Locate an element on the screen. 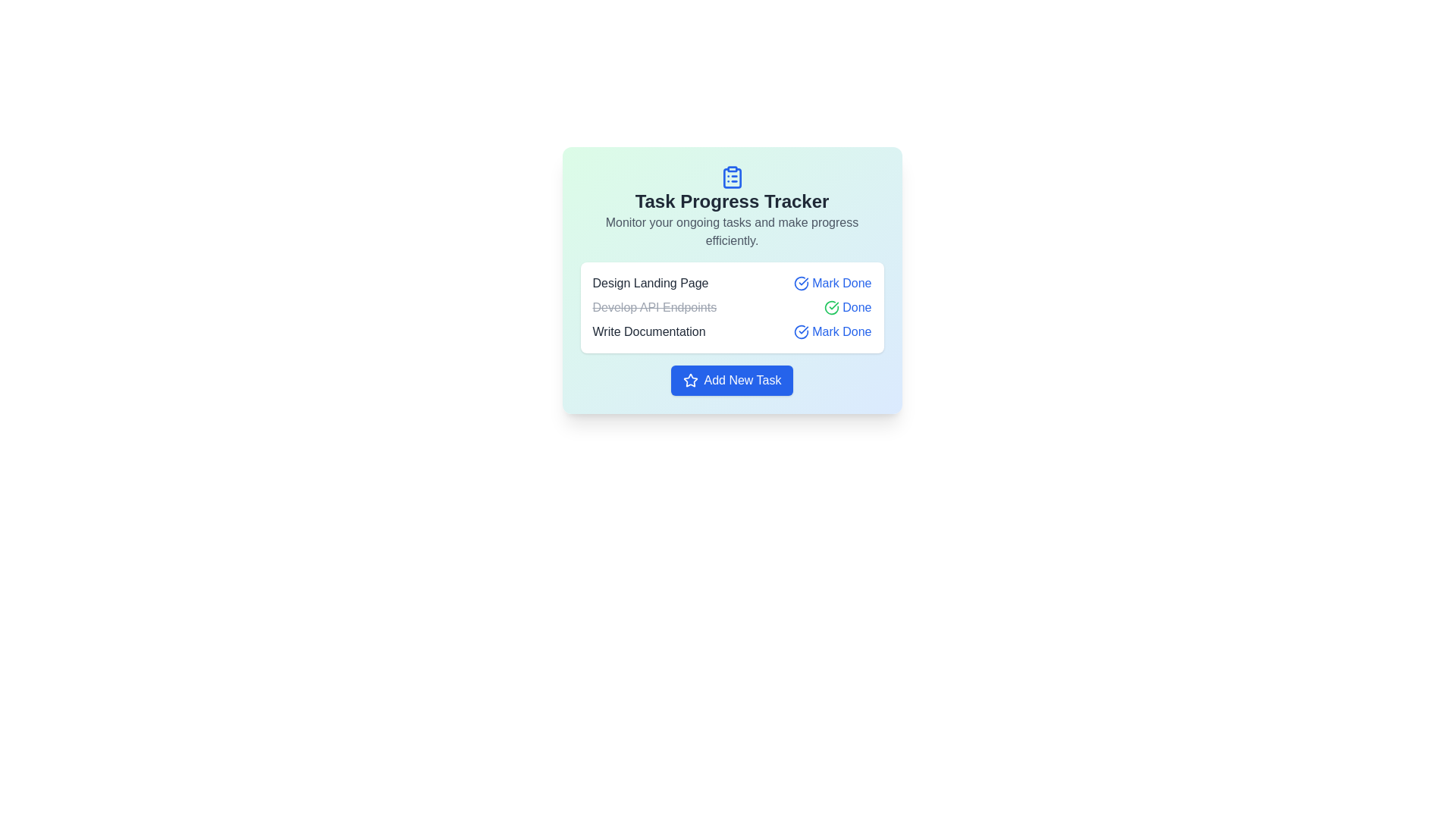  the decorative clipboard vector graphic component of the task tracker icon located at the top-center of the interface is located at coordinates (732, 177).